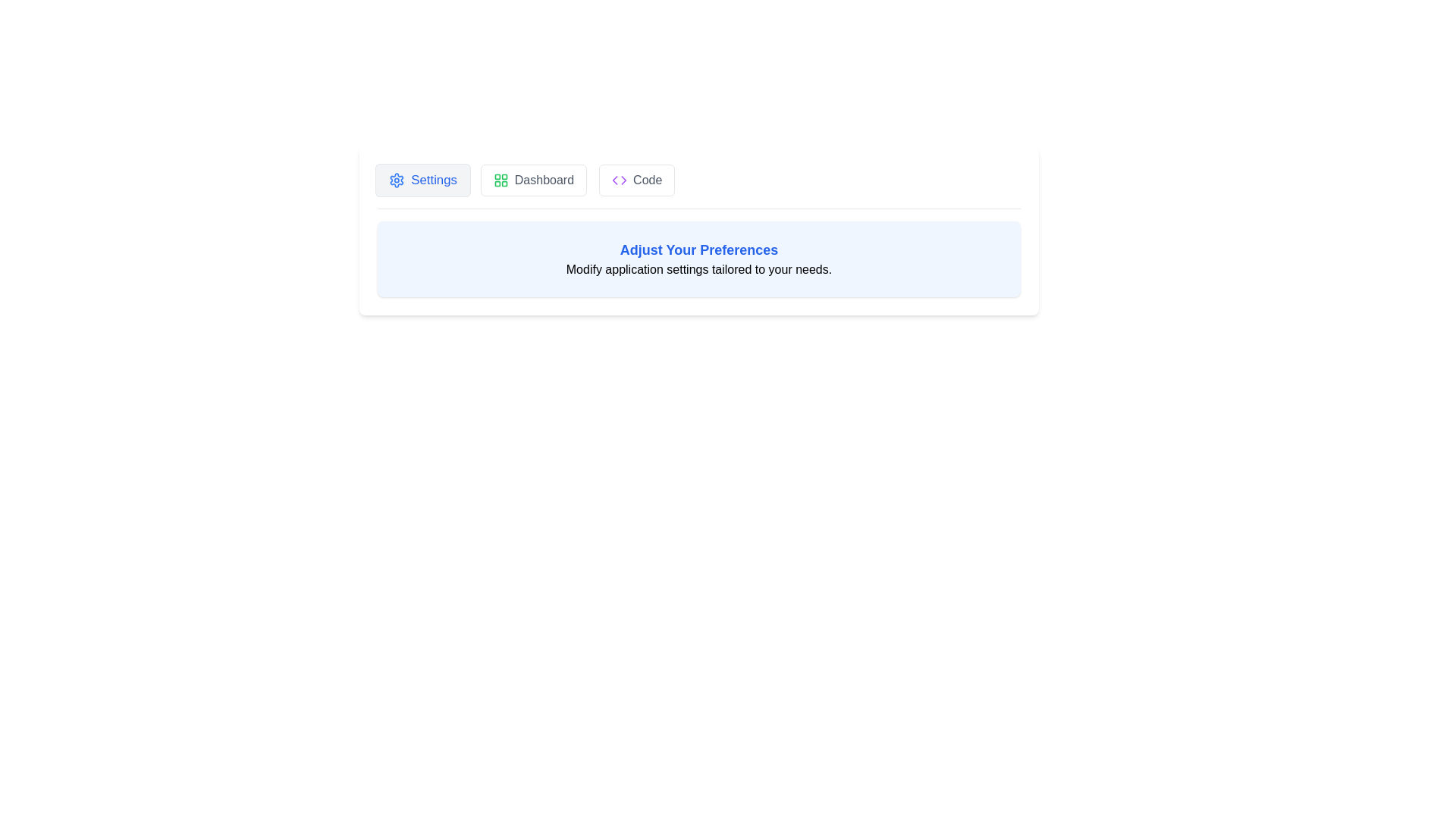 This screenshot has height=819, width=1456. I want to click on the active tab's content area, so click(698, 259).